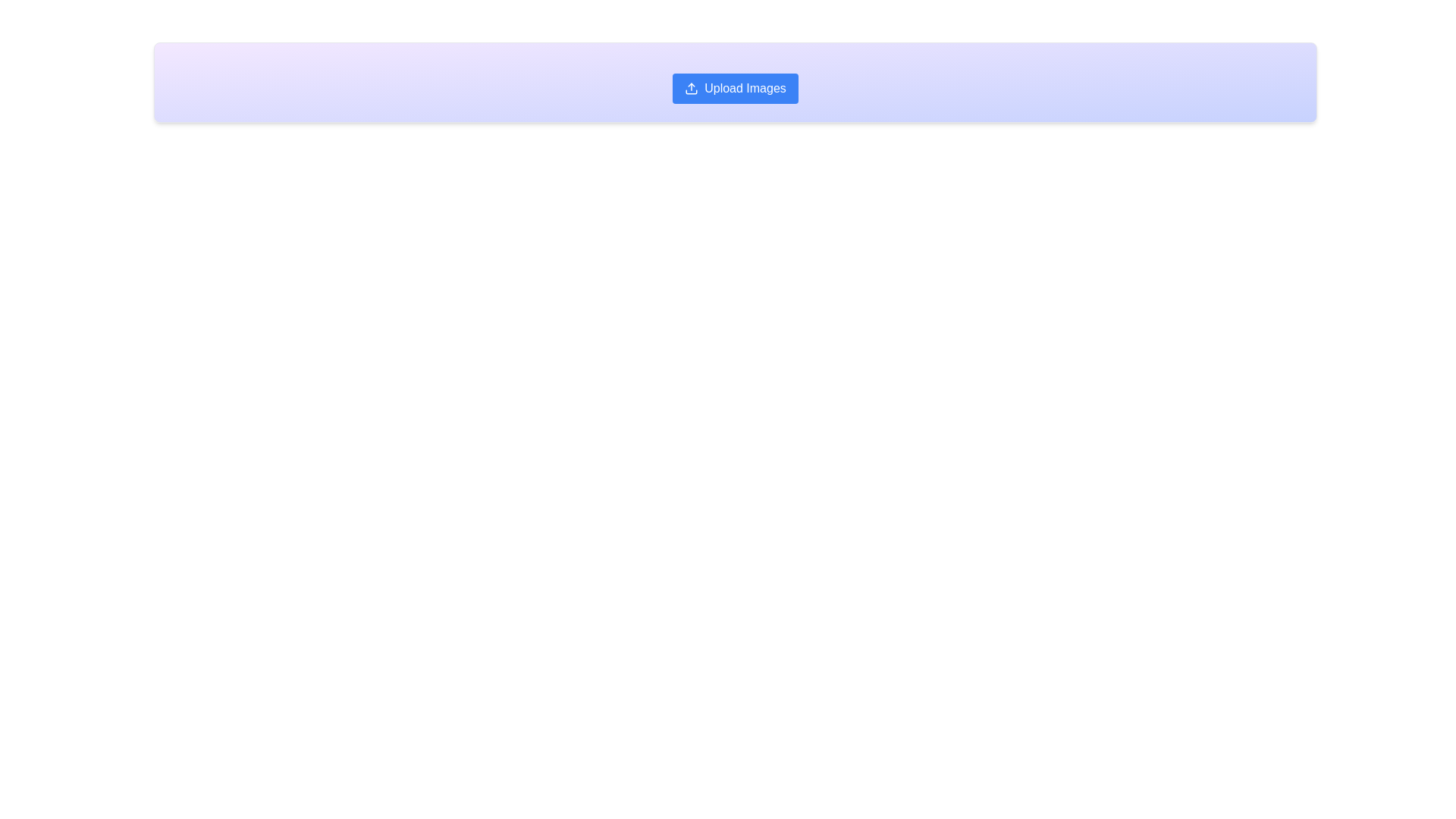  Describe the element at coordinates (735, 88) in the screenshot. I see `the upload button that contains text and an icon for image upload, allowing for keyboard navigation` at that location.